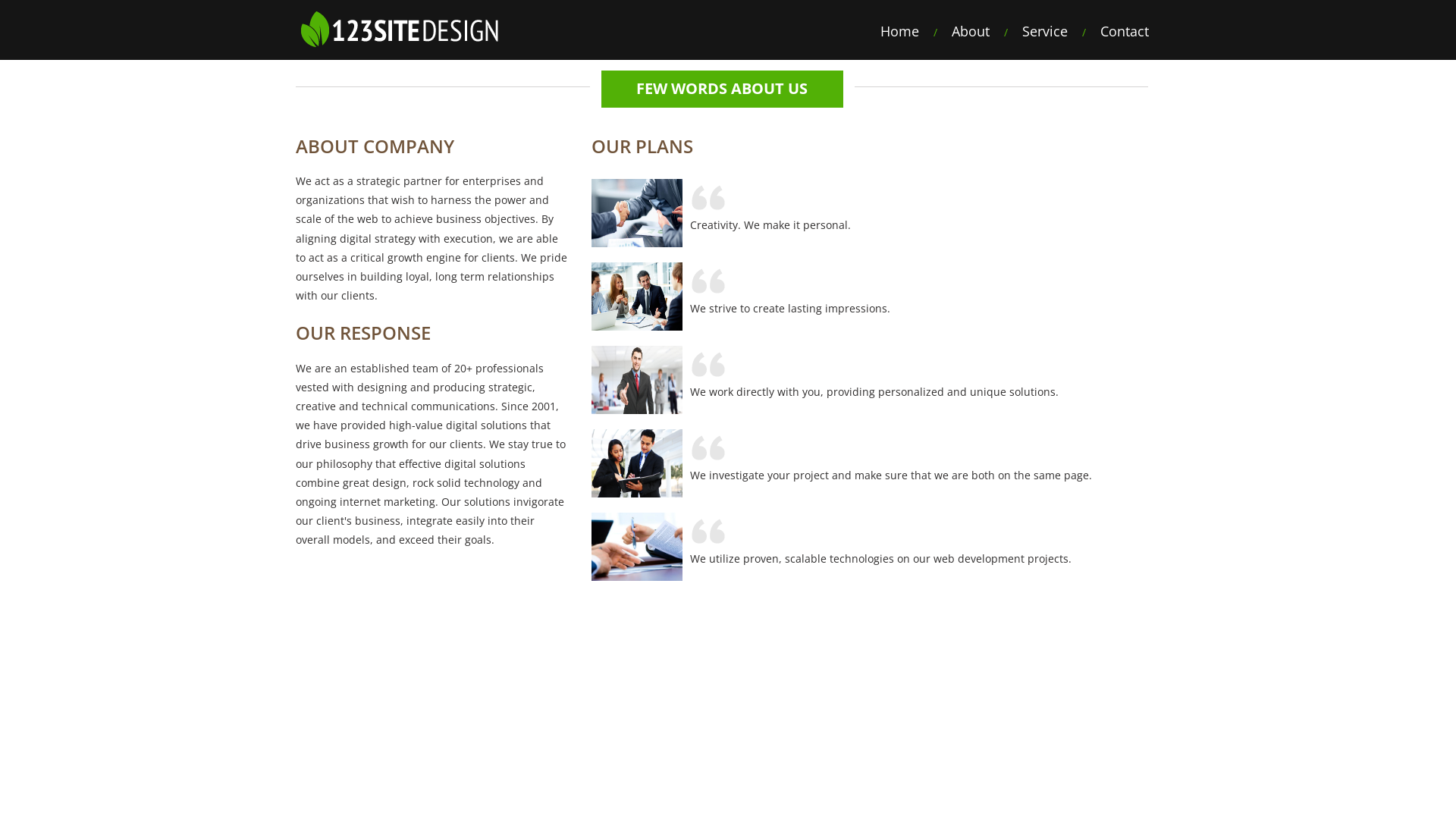 The width and height of the screenshot is (1456, 819). I want to click on 'Service', so click(1043, 32).